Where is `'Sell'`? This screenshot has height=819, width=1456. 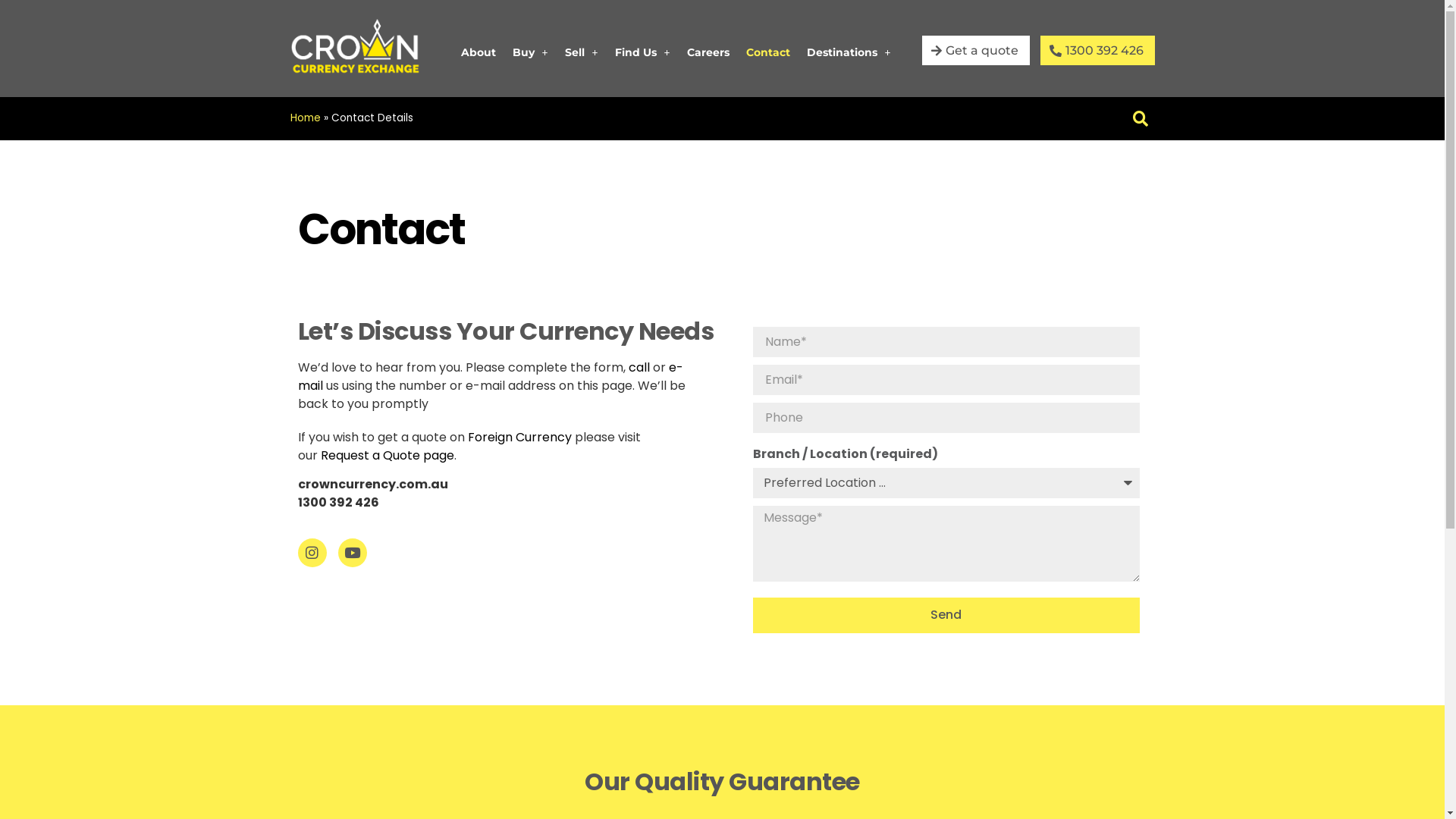 'Sell' is located at coordinates (581, 52).